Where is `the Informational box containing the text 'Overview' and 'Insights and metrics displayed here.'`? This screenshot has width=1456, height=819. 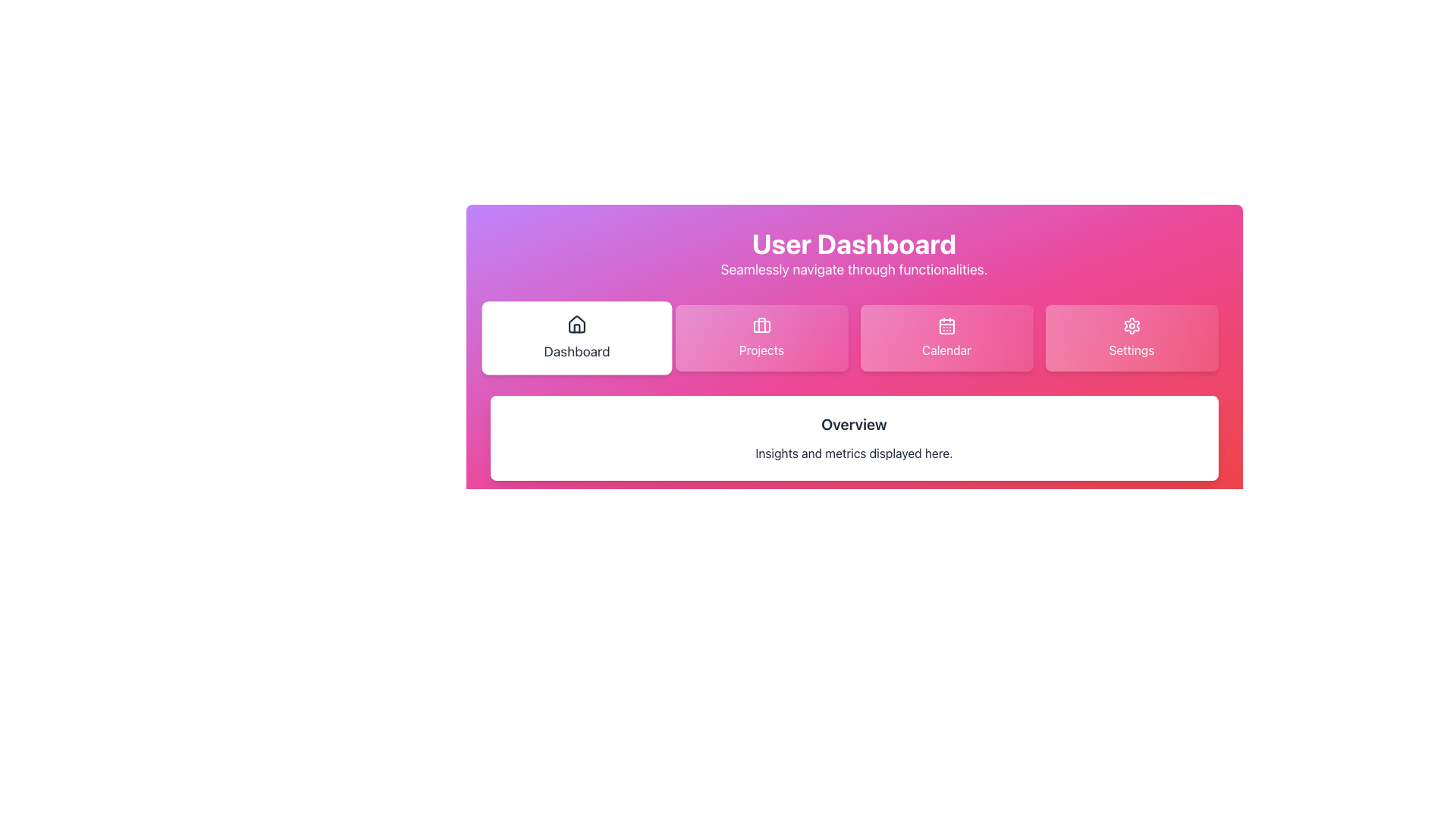
the Informational box containing the text 'Overview' and 'Insights and metrics displayed here.' is located at coordinates (854, 438).